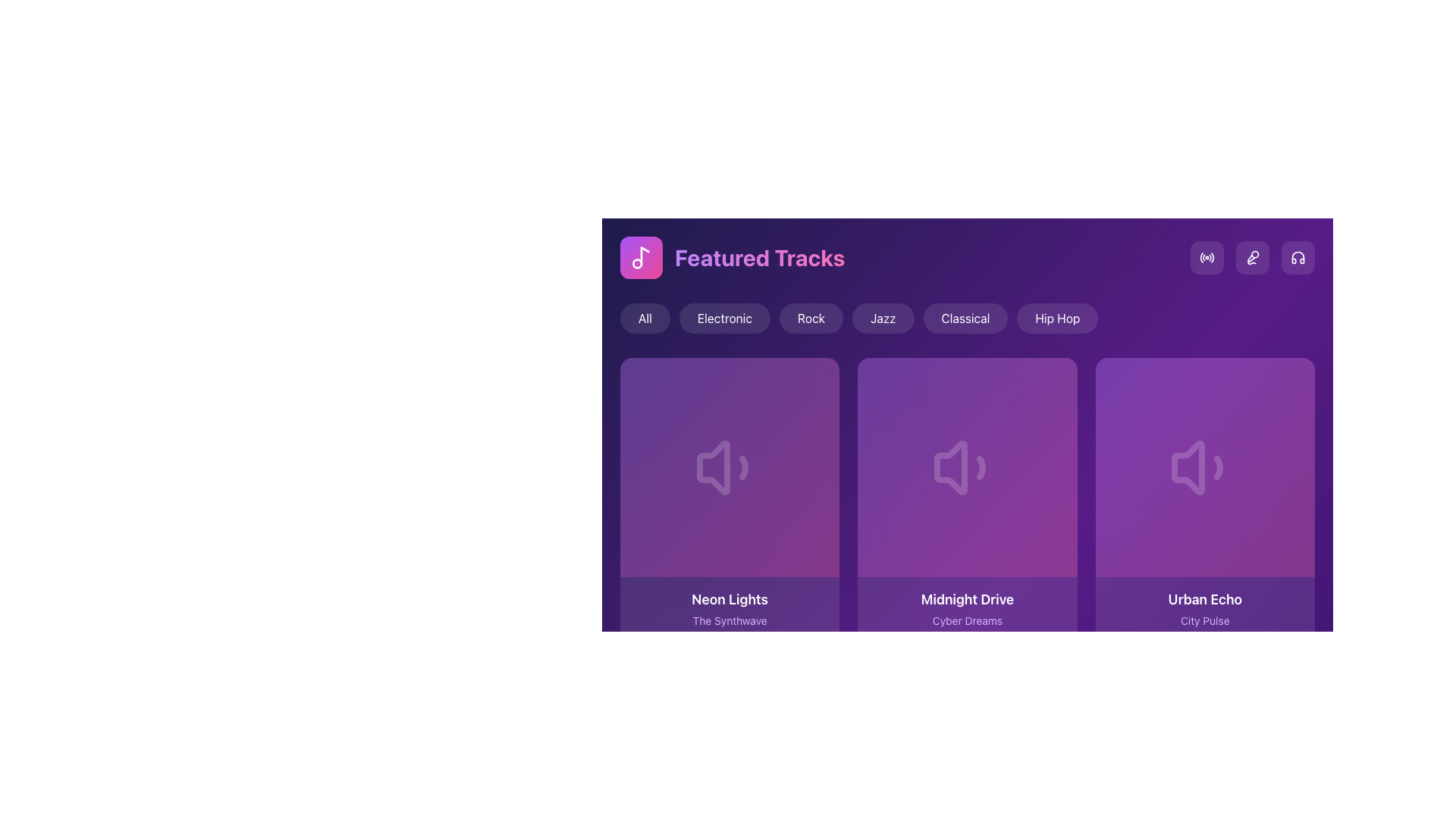  Describe the element at coordinates (730, 623) in the screenshot. I see `the Text display component that shows the title and subtitle of a media item located in the bottom section of a card layout, specifically in the first column from the left` at that location.